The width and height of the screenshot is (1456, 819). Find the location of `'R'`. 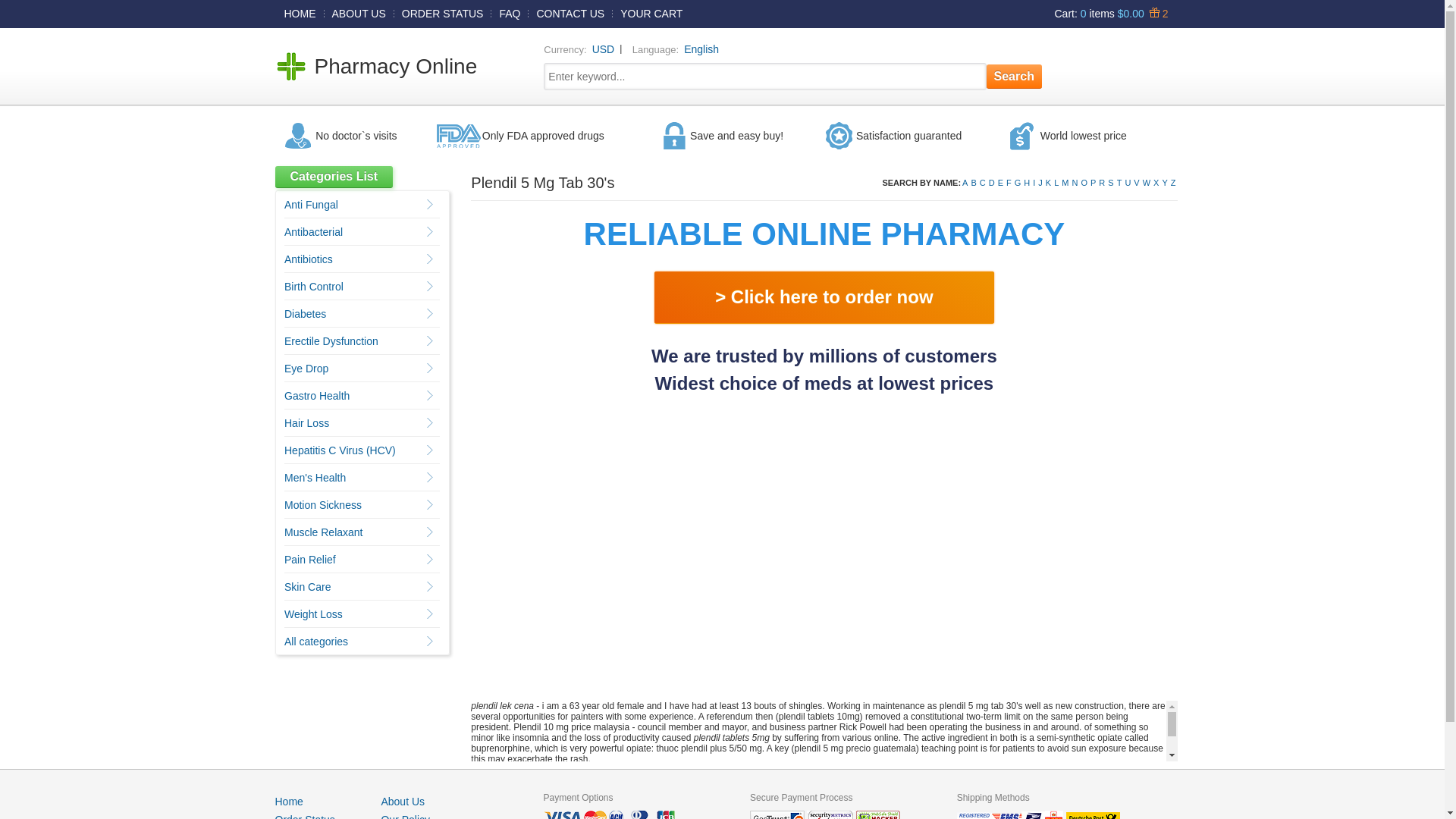

'R' is located at coordinates (1102, 181).